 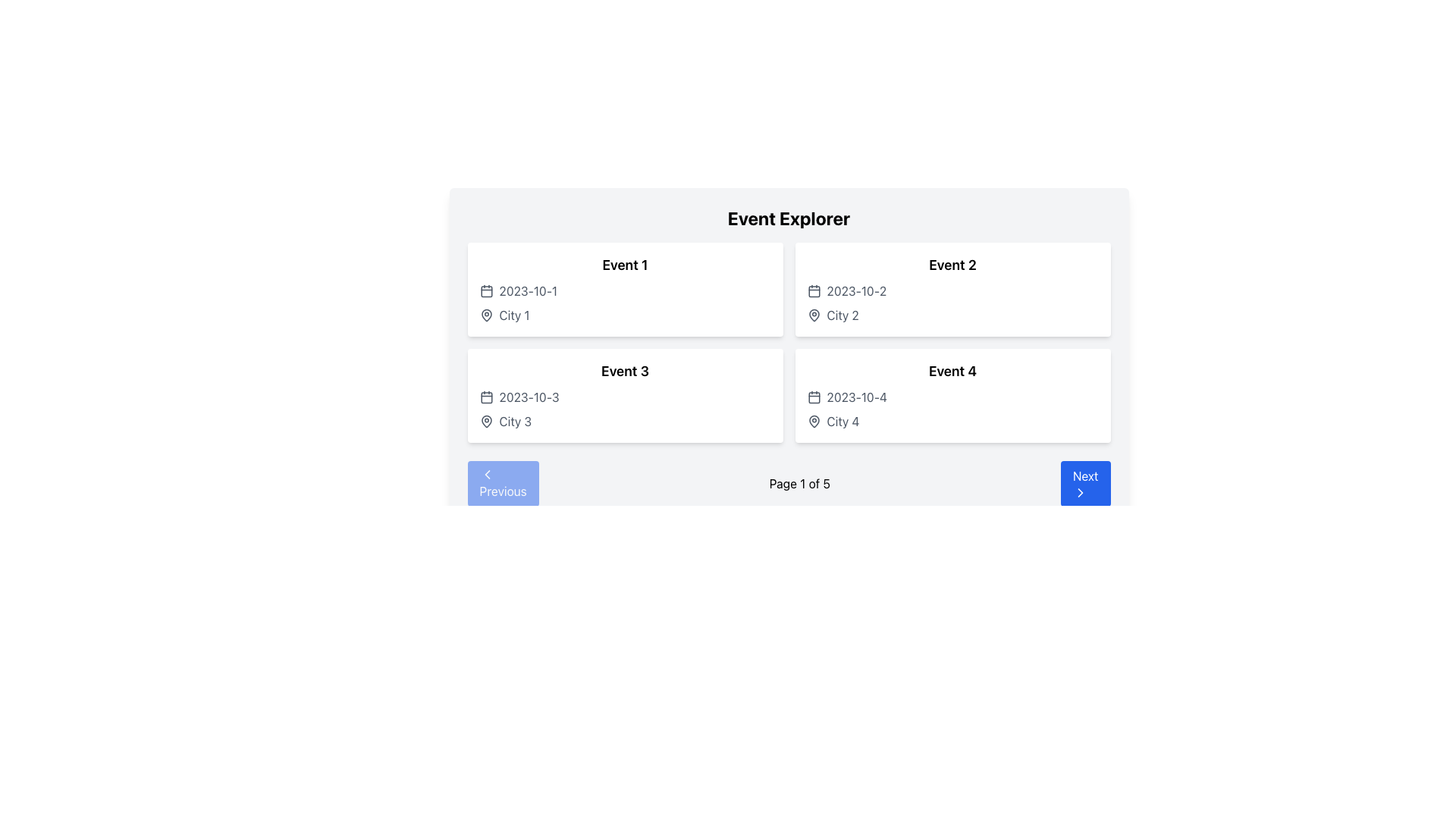 I want to click on the 'Next' button that contains a right-pointing chevron icon, which is visually represented by a clean, minimalist stroke outline, so click(x=1079, y=493).